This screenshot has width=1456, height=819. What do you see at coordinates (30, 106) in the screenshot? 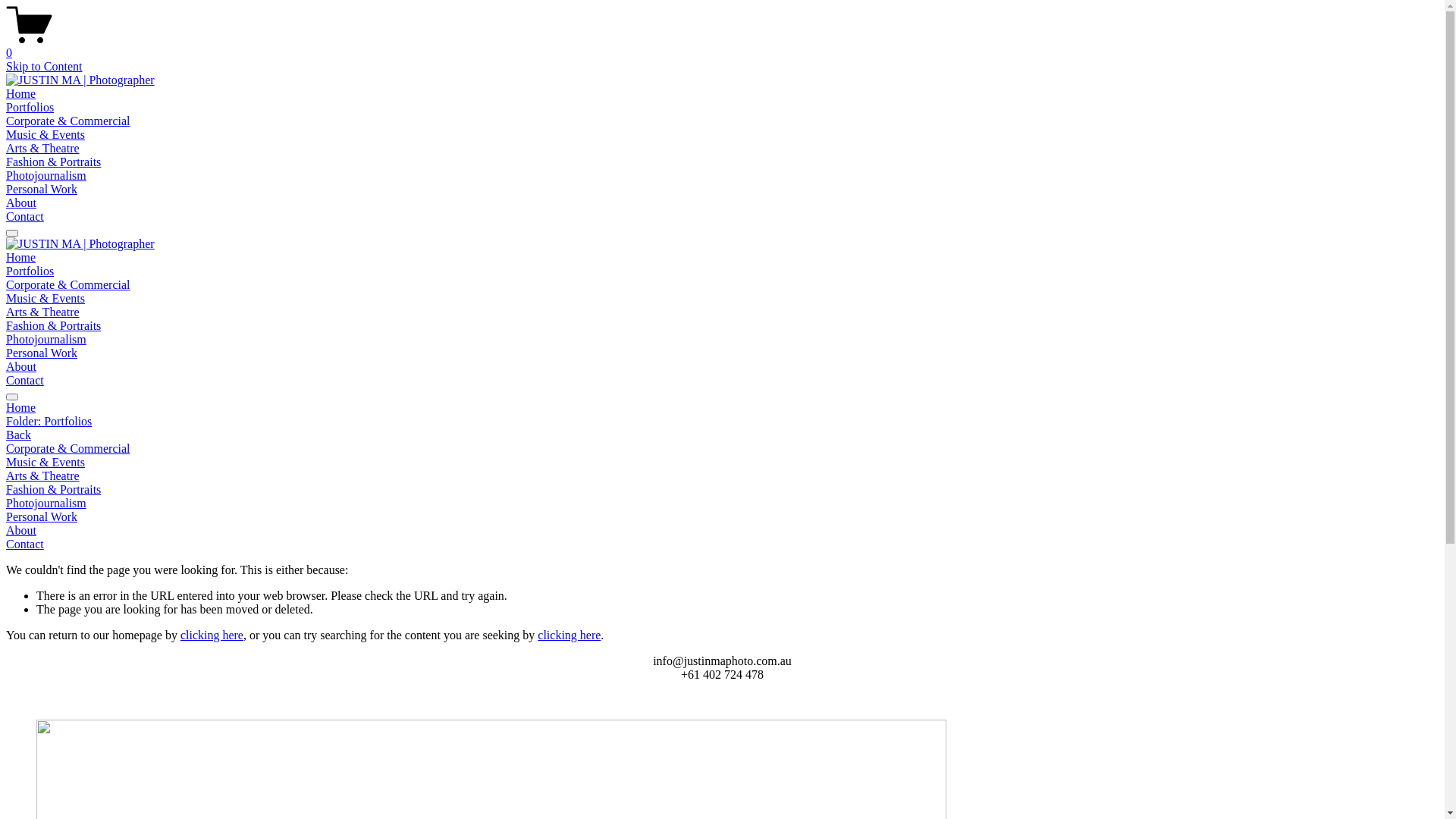
I see `'Portfolios'` at bounding box center [30, 106].